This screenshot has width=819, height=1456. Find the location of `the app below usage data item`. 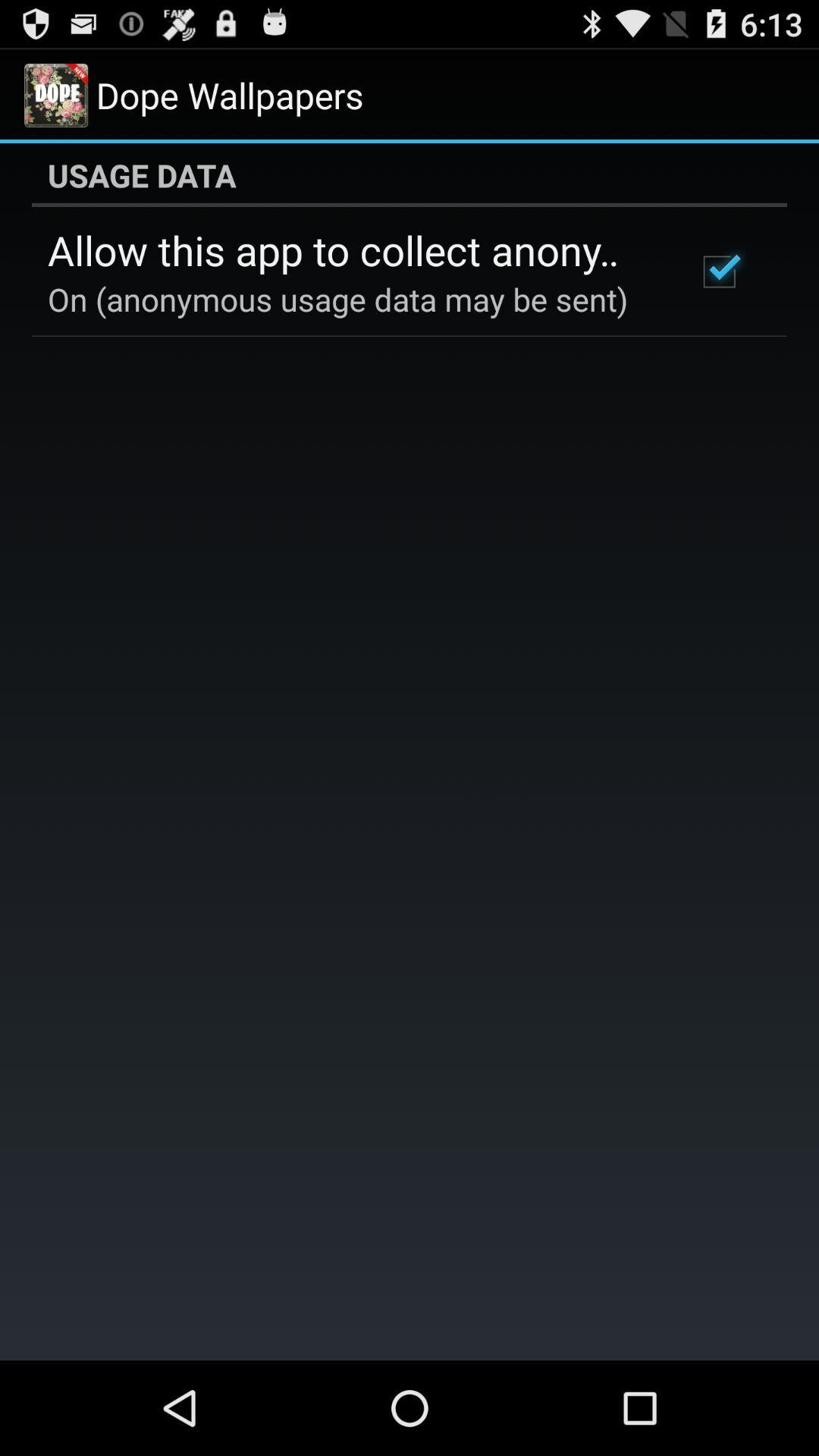

the app below usage data item is located at coordinates (351, 249).